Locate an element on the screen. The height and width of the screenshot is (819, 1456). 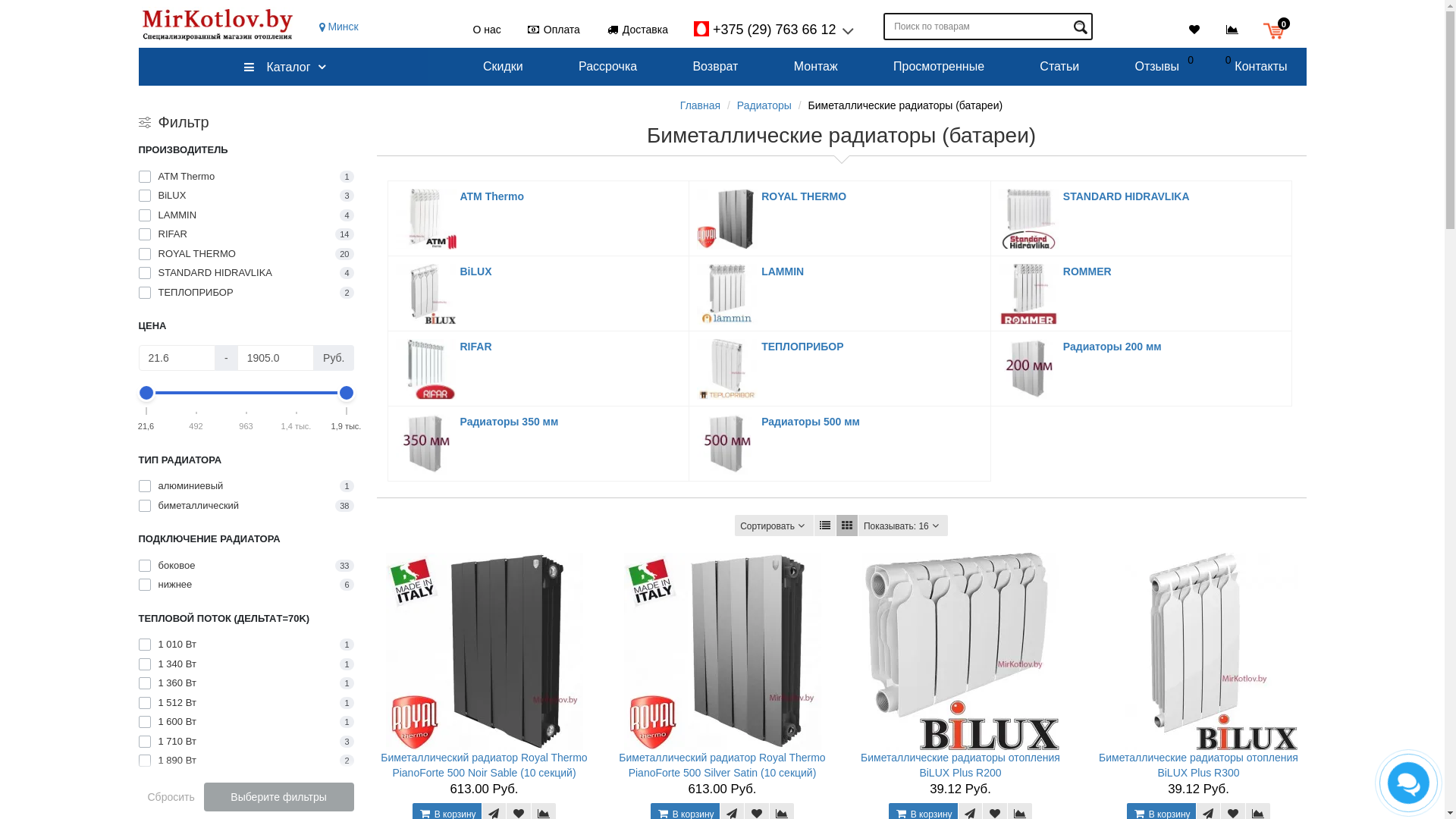
'ATM Thermo is located at coordinates (246, 174).